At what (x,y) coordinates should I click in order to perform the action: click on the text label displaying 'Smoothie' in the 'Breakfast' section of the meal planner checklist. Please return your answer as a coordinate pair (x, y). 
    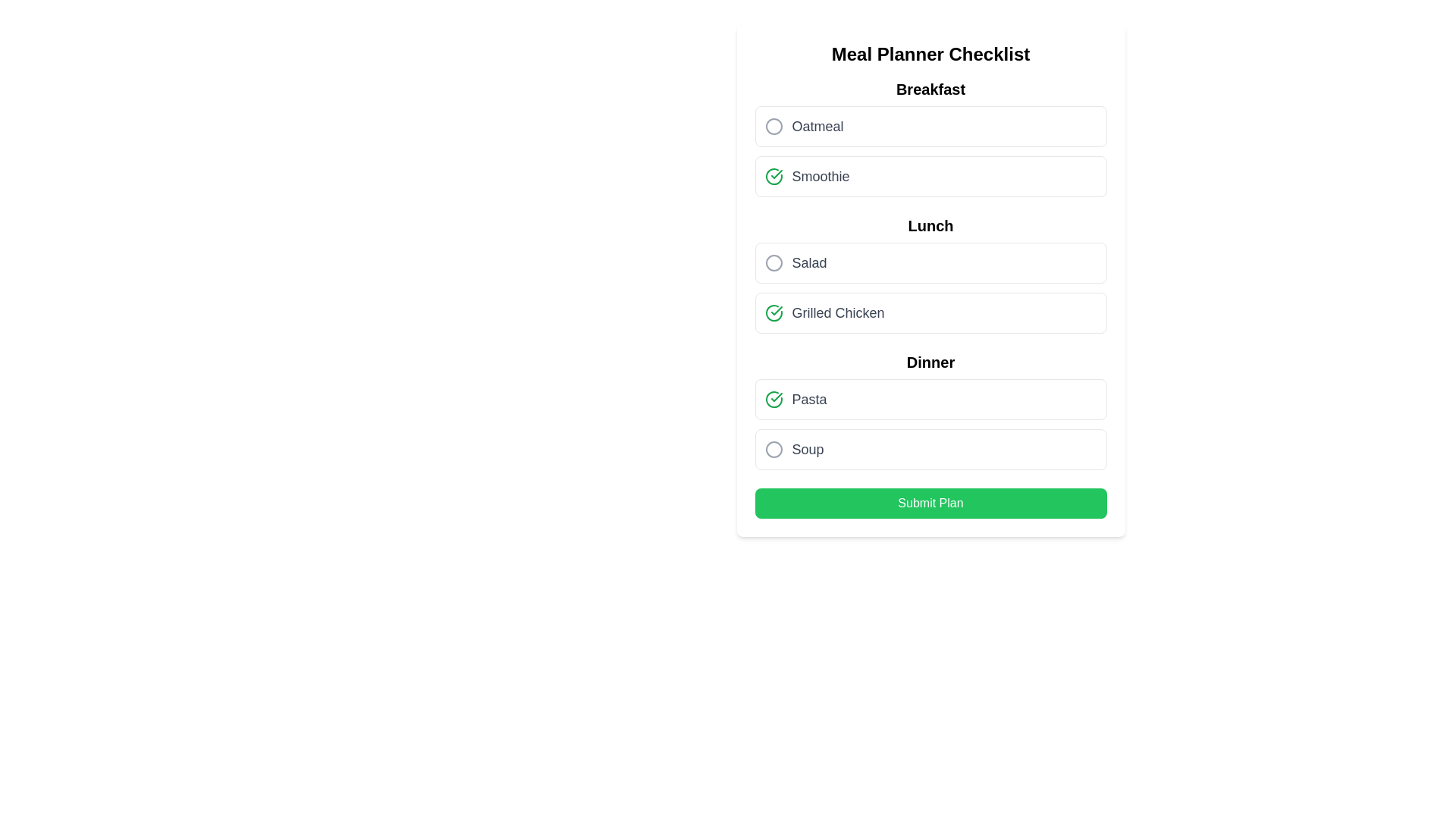
    Looking at the image, I should click on (820, 175).